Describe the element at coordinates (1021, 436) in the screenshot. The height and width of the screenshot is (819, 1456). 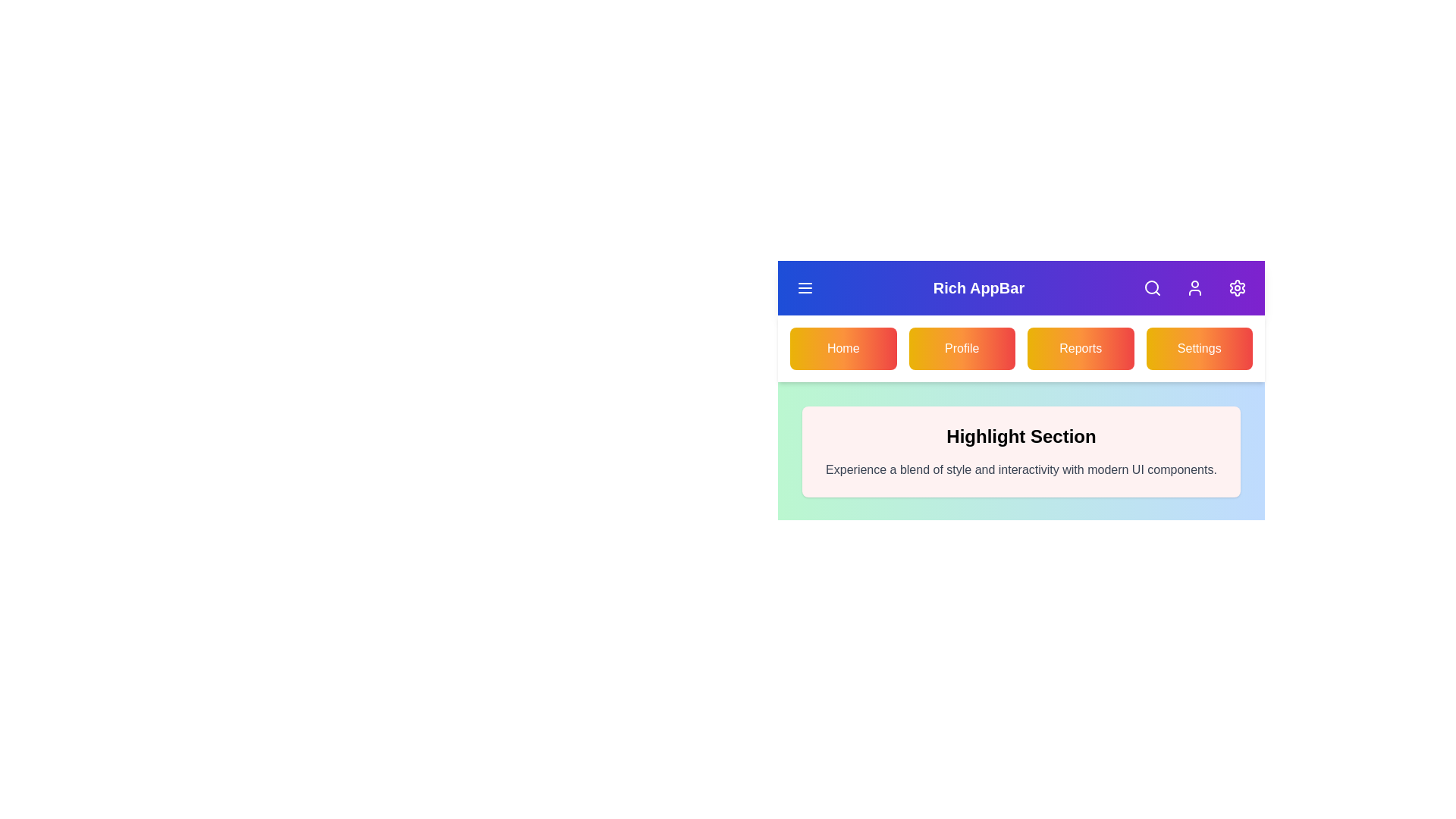
I see `the text in the 'Highlight Section'` at that location.